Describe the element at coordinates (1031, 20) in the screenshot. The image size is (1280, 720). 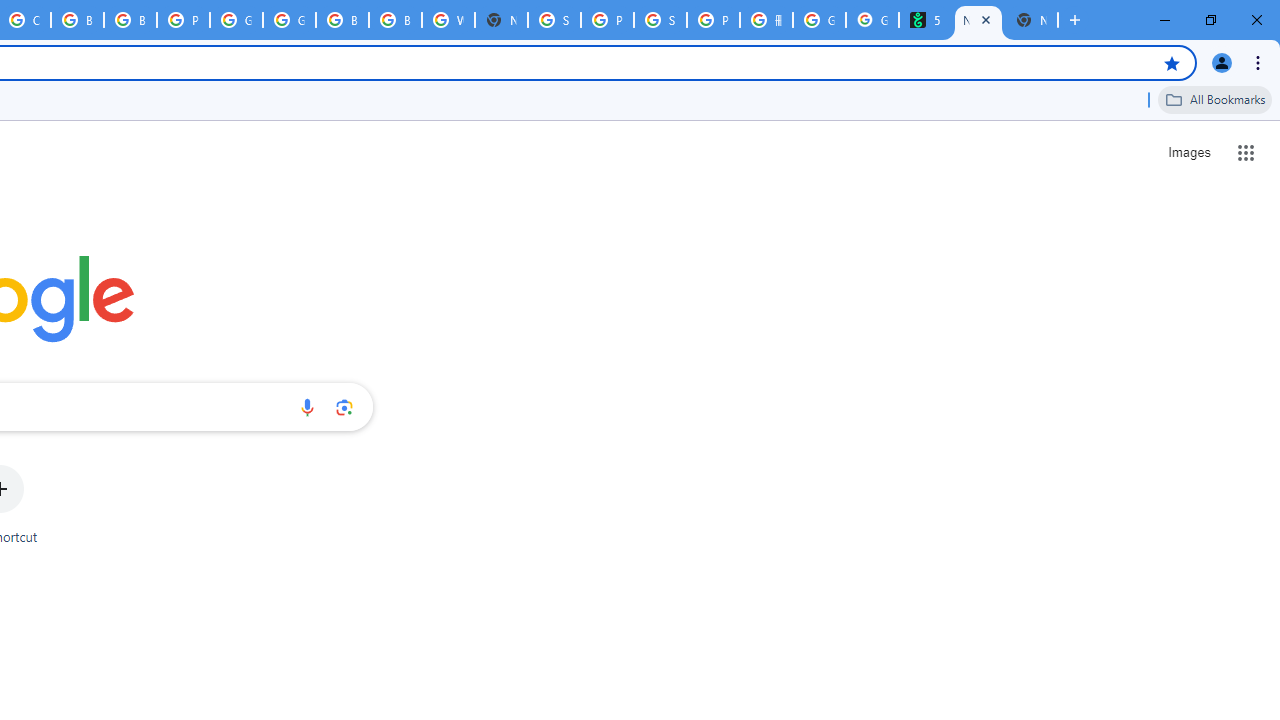
I see `'New Tab'` at that location.